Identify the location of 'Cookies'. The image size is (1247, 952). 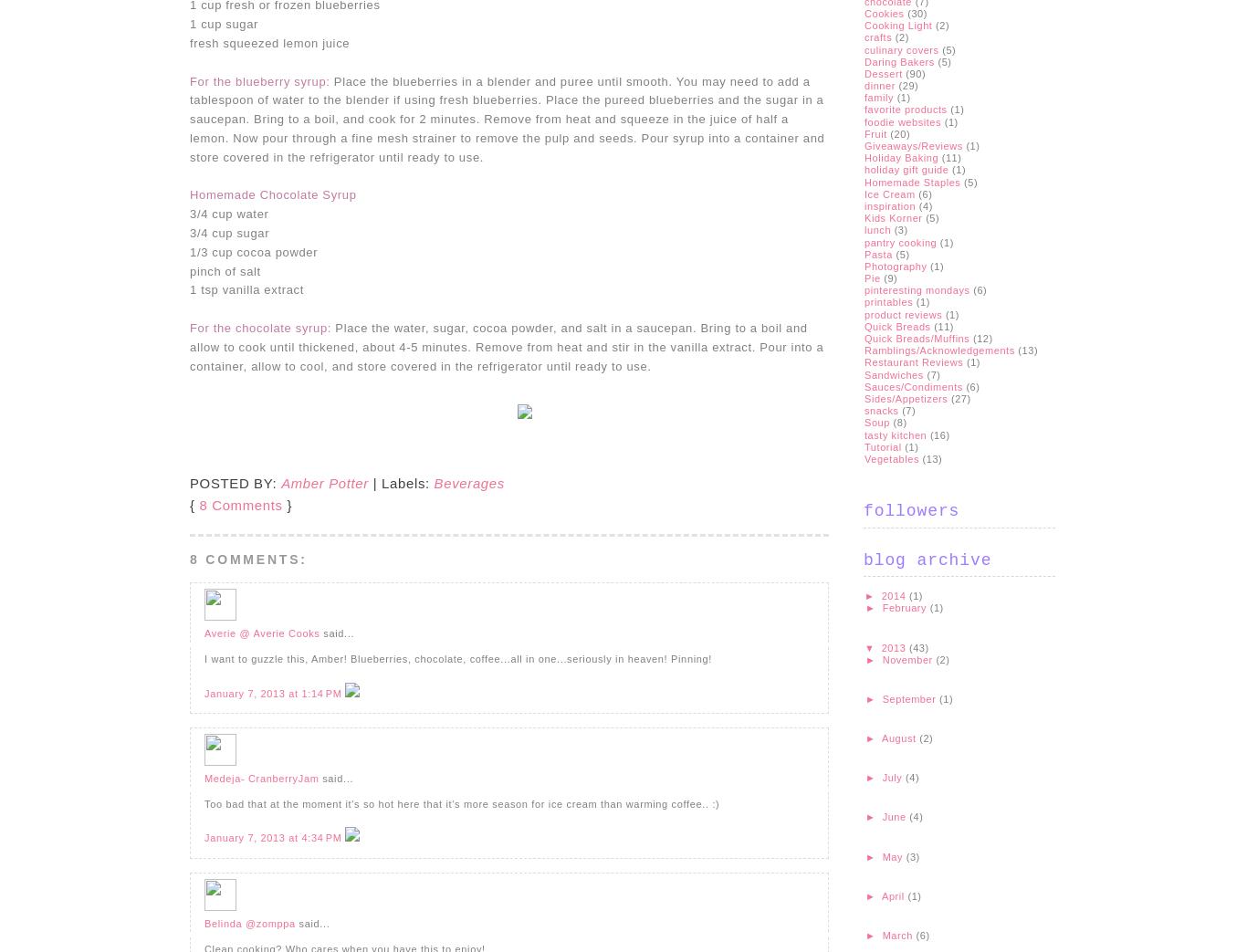
(865, 11).